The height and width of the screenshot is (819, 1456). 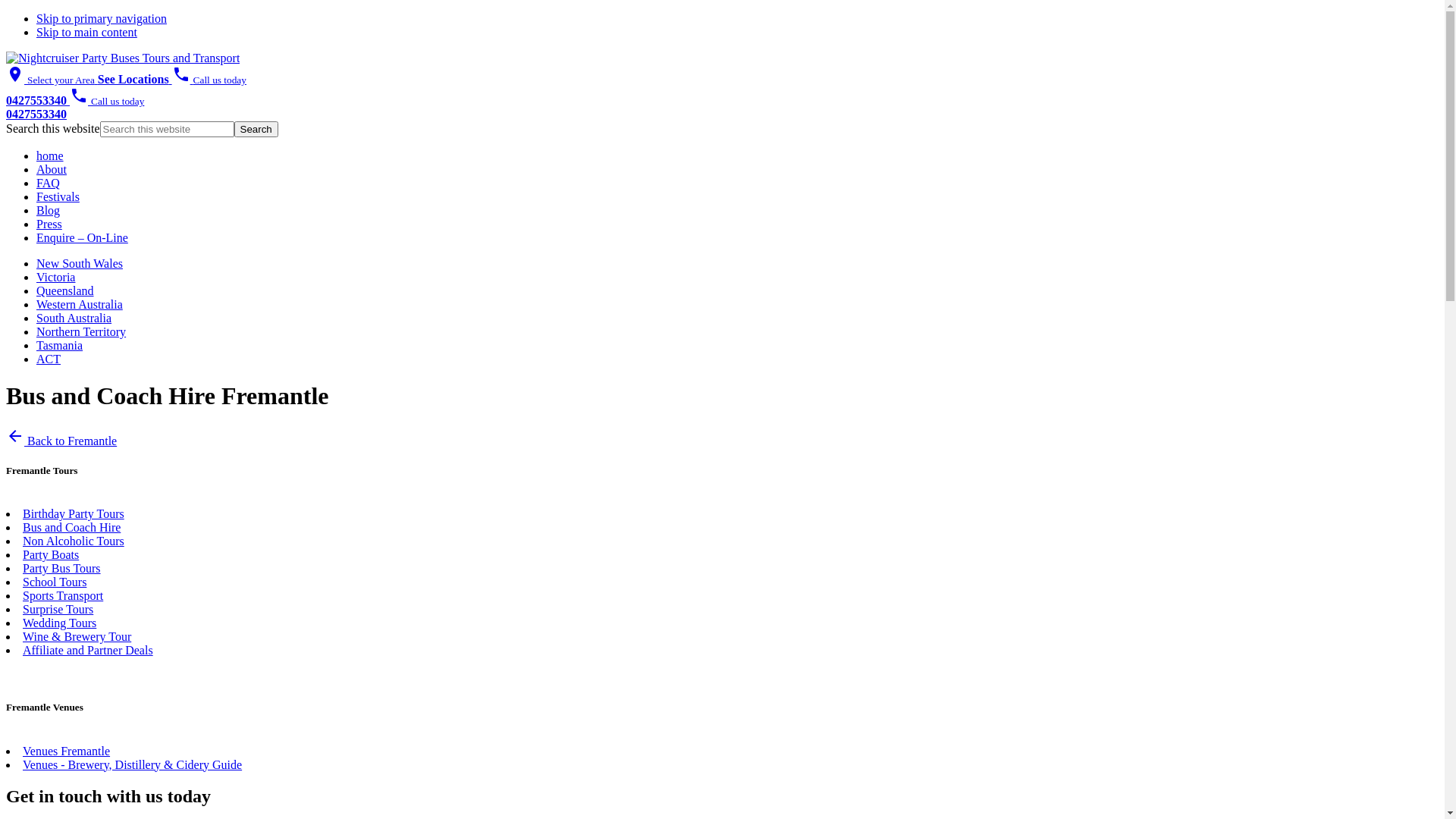 I want to click on 'Bus and Coach Hire', so click(x=22, y=526).